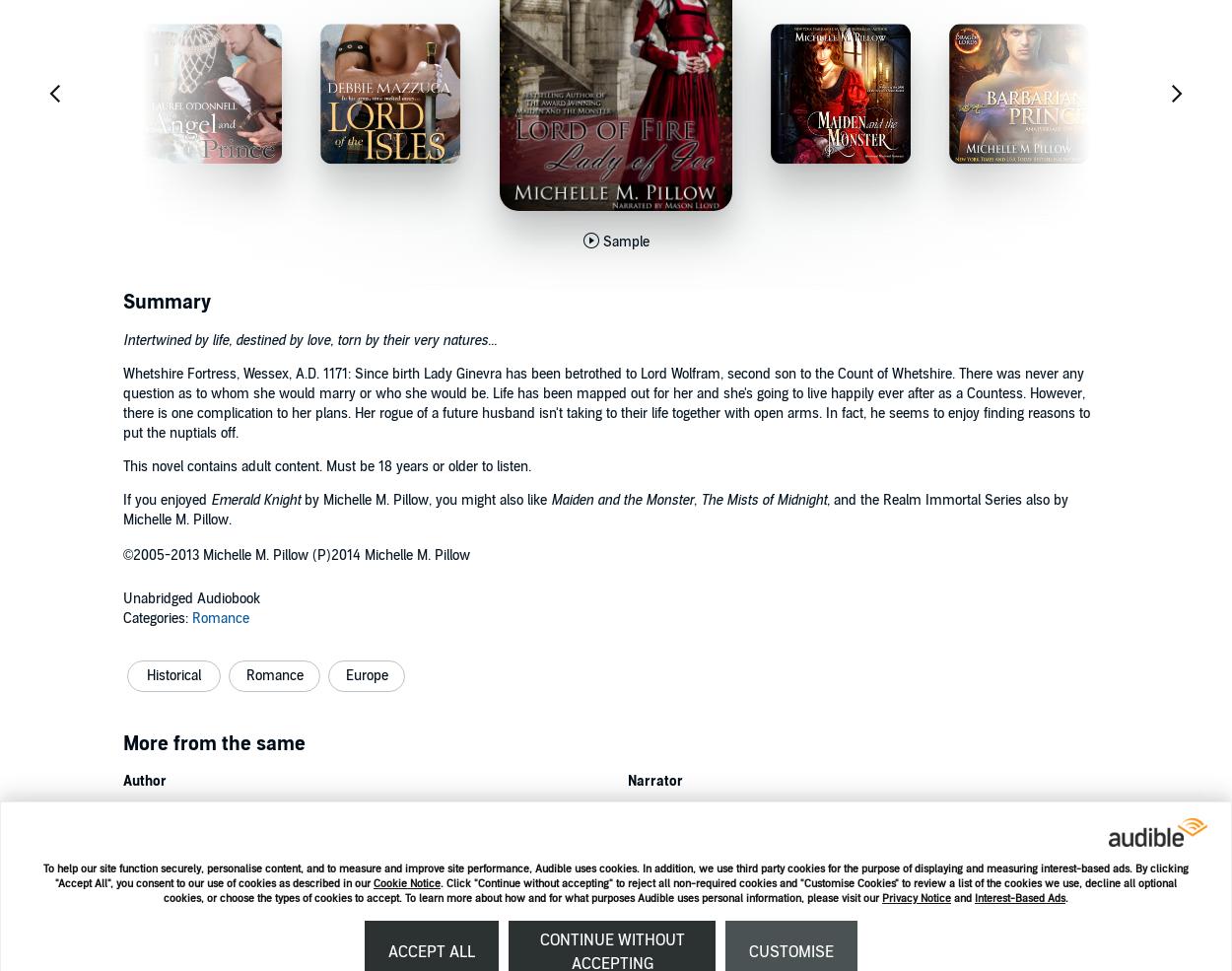  I want to click on 'Intertwined by life, destined by love, torn by their very natures...', so click(308, 340).